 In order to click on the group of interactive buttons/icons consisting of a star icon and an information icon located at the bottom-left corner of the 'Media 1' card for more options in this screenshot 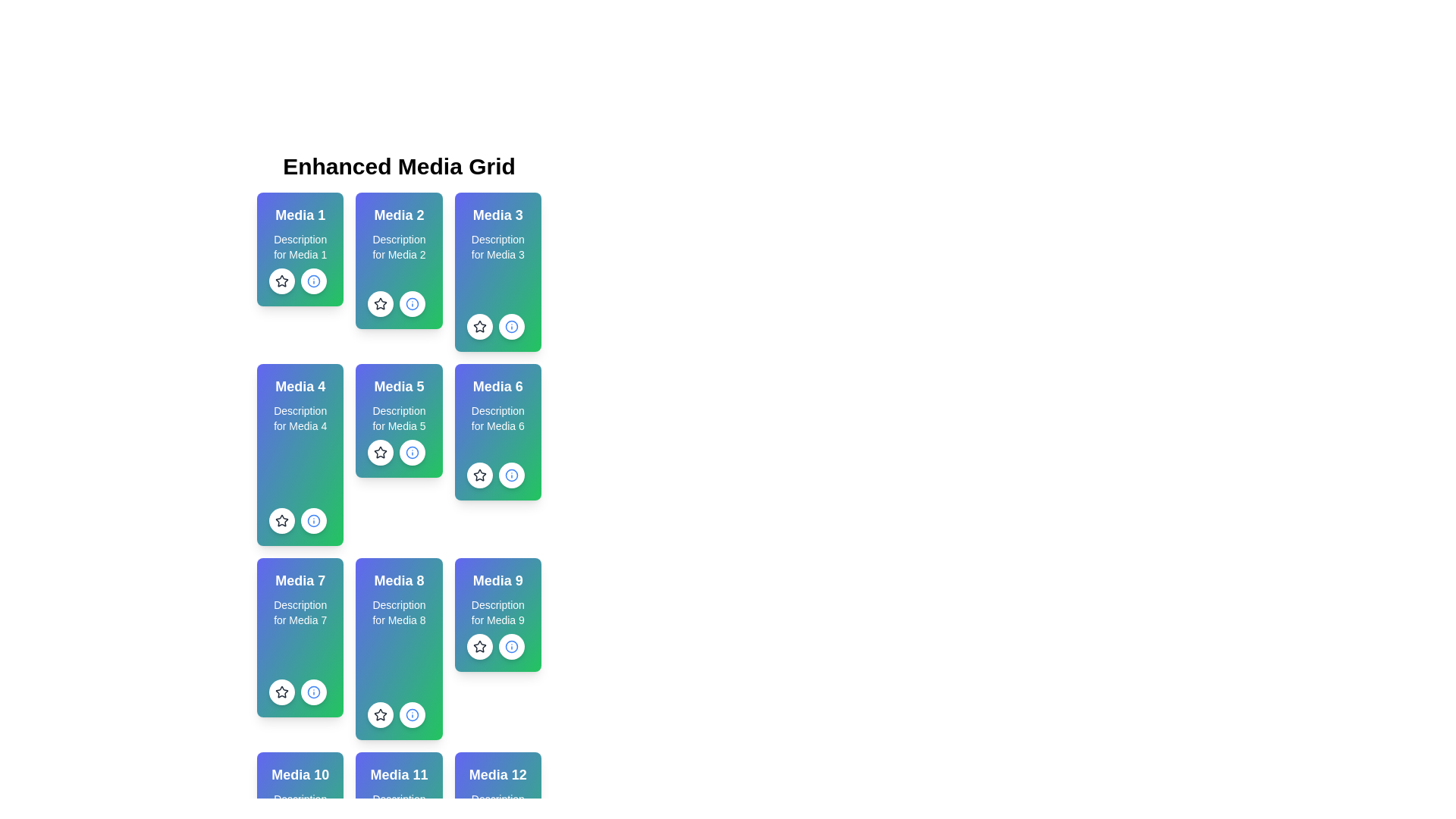, I will do `click(298, 281)`.